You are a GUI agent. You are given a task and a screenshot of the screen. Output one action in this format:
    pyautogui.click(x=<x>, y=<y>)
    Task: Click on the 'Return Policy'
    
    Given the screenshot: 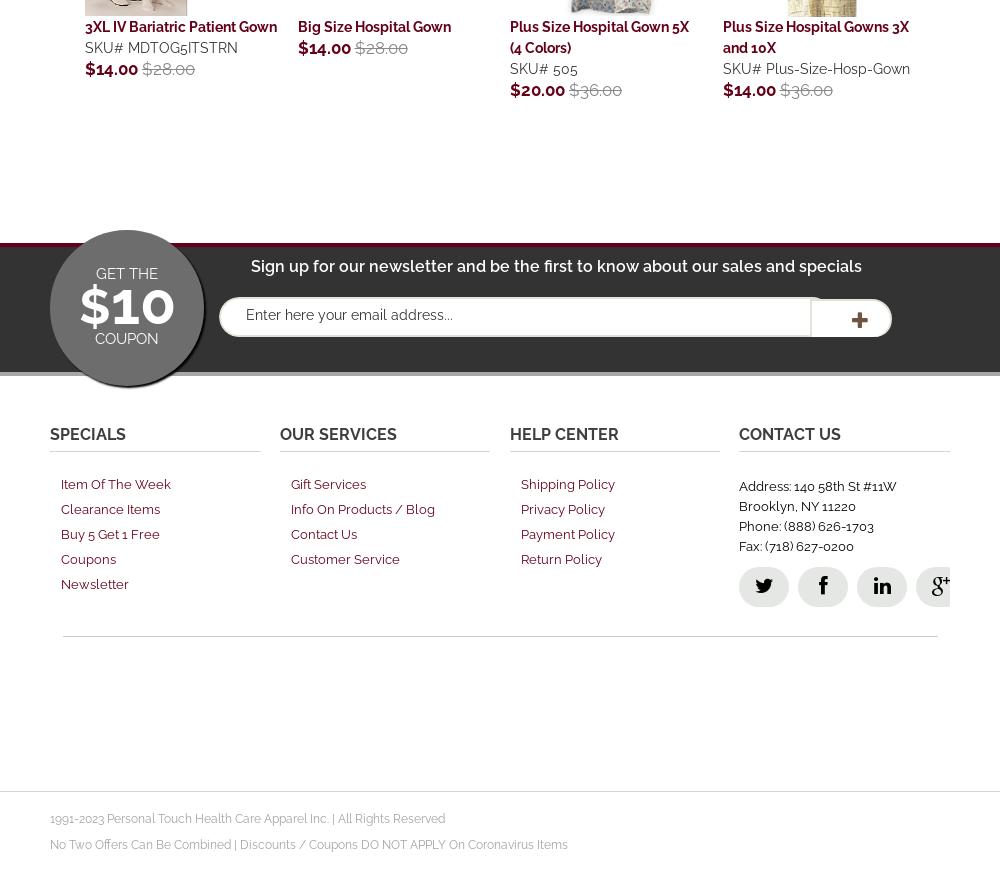 What is the action you would take?
    pyautogui.click(x=560, y=558)
    